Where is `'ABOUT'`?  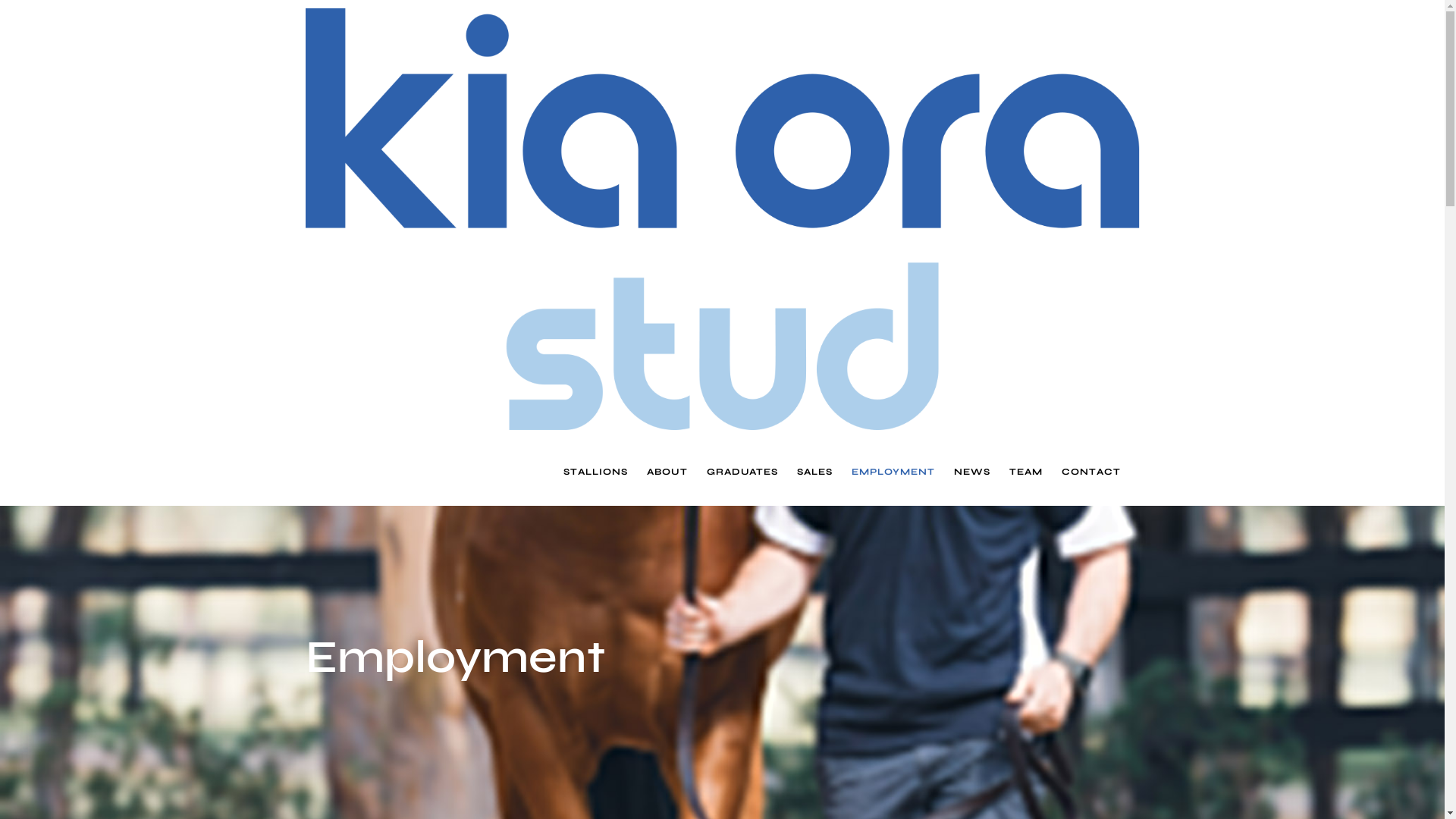 'ABOUT' is located at coordinates (645, 470).